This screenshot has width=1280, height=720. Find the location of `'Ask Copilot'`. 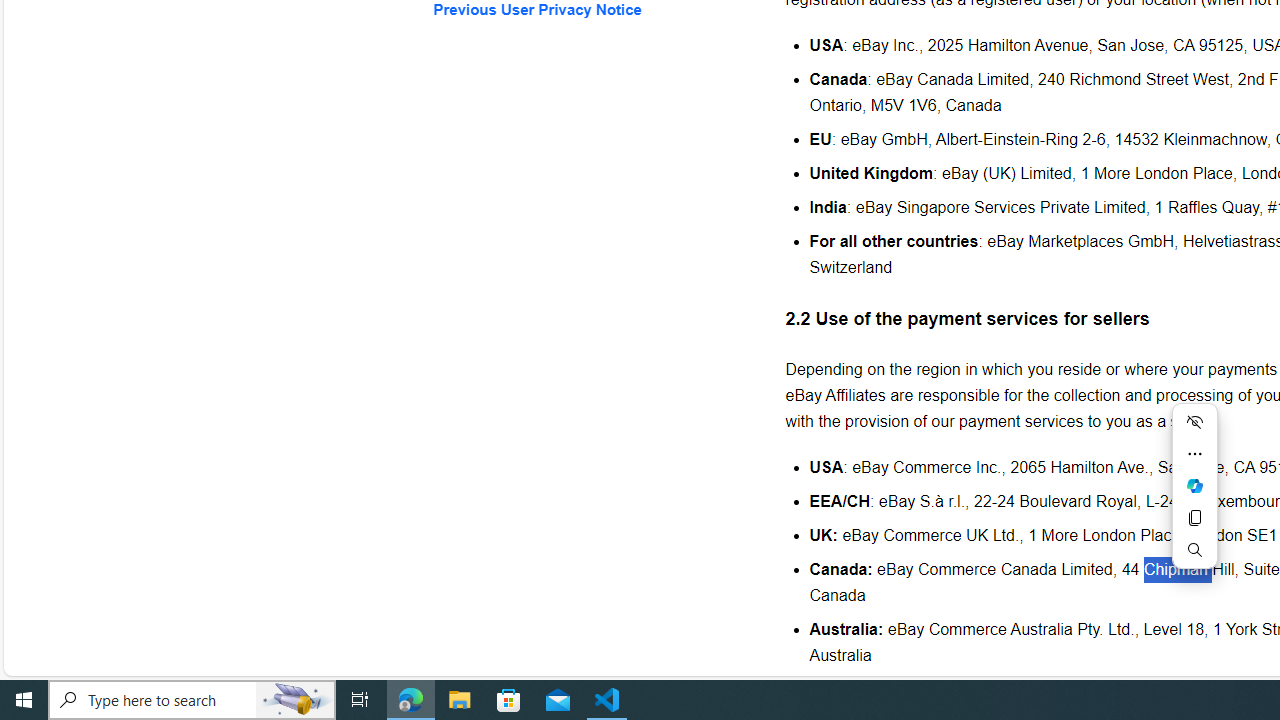

'Ask Copilot' is located at coordinates (1194, 486).